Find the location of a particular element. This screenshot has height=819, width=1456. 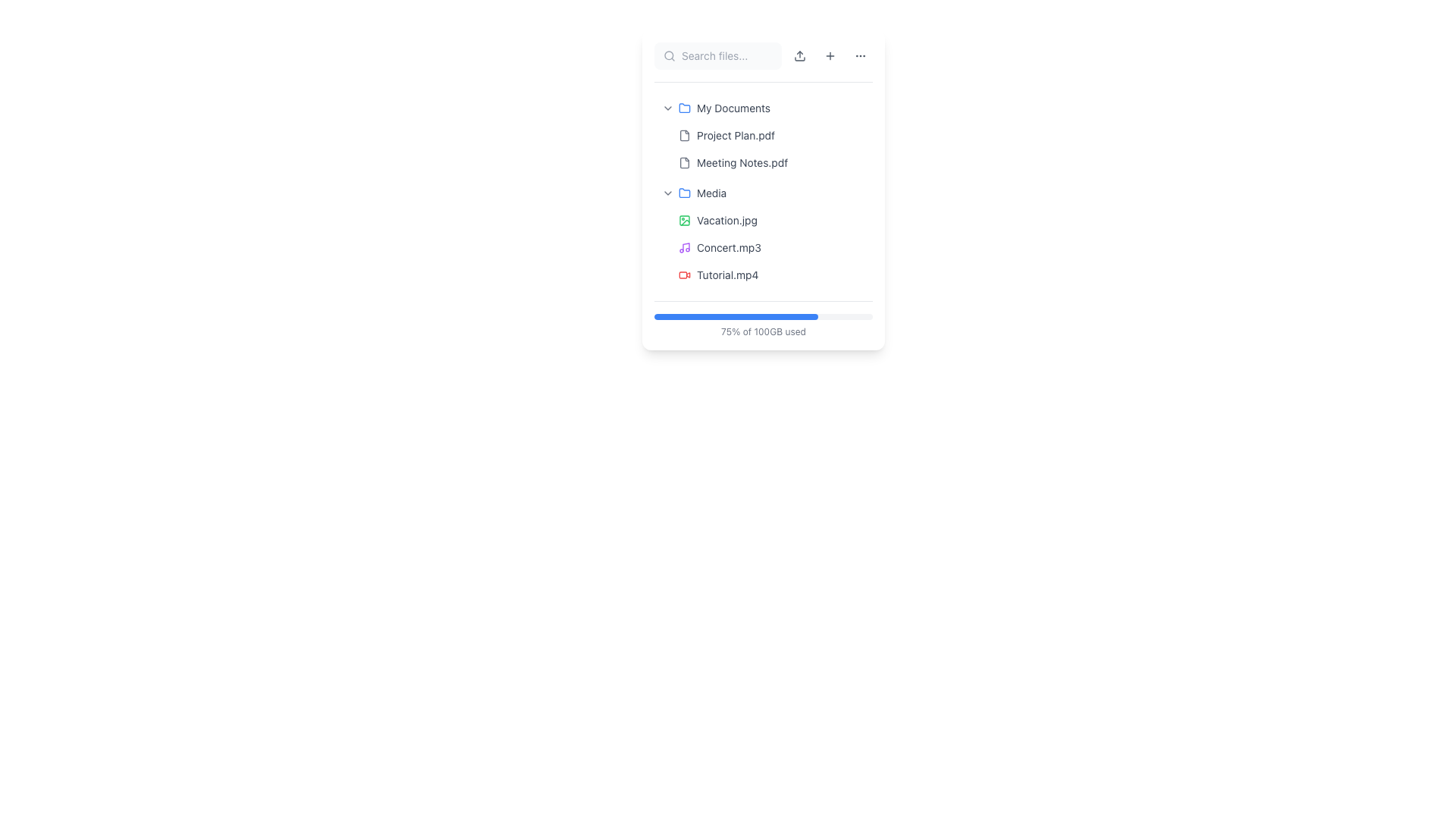

the plus button located in the top-right corner of the panel to initiate the creation of a new item is located at coordinates (829, 55).